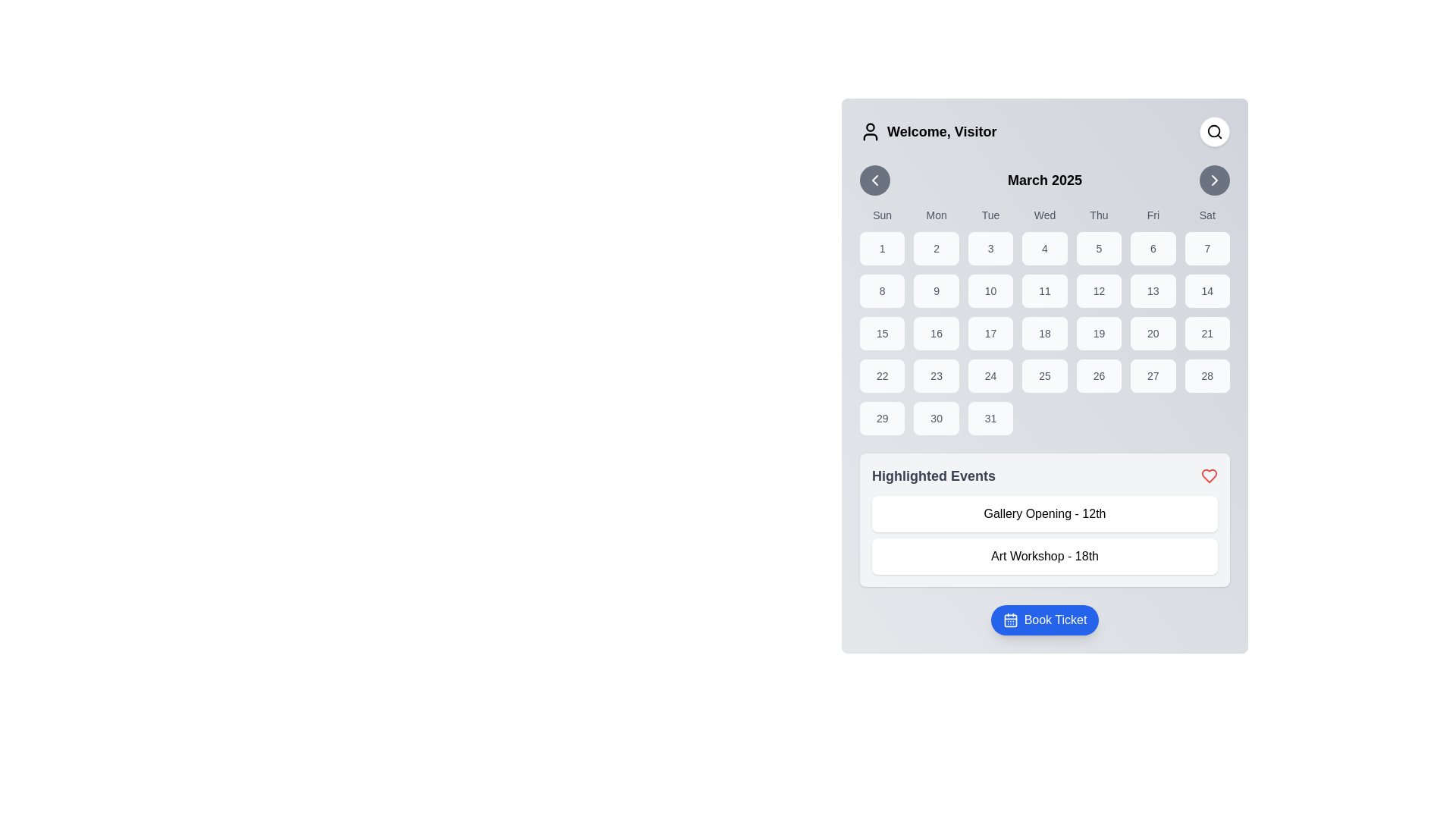 Image resolution: width=1456 pixels, height=819 pixels. I want to click on the Day Cell element displaying '23', so click(935, 375).